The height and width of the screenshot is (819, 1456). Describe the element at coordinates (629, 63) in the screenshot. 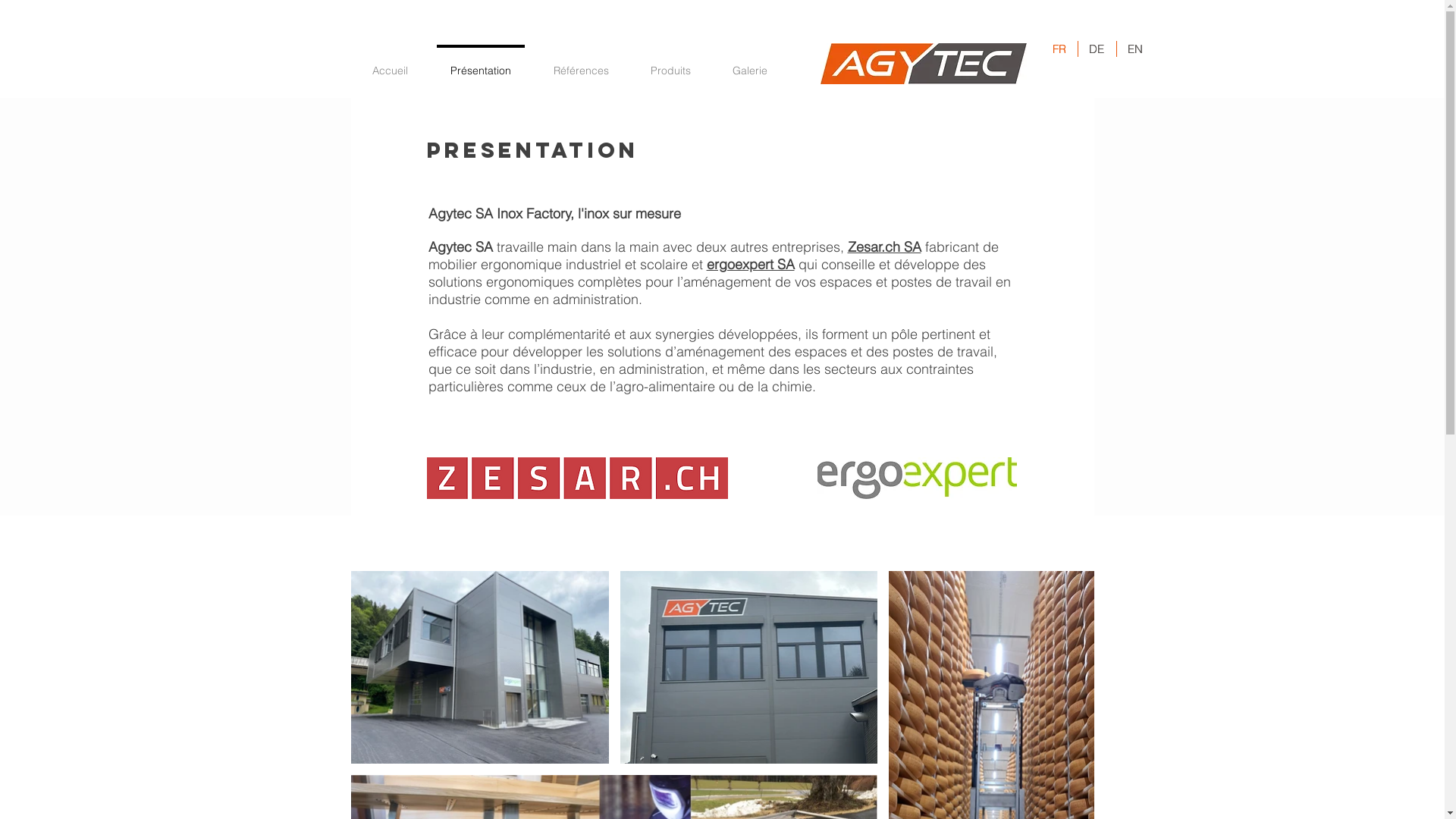

I see `'Produits'` at that location.